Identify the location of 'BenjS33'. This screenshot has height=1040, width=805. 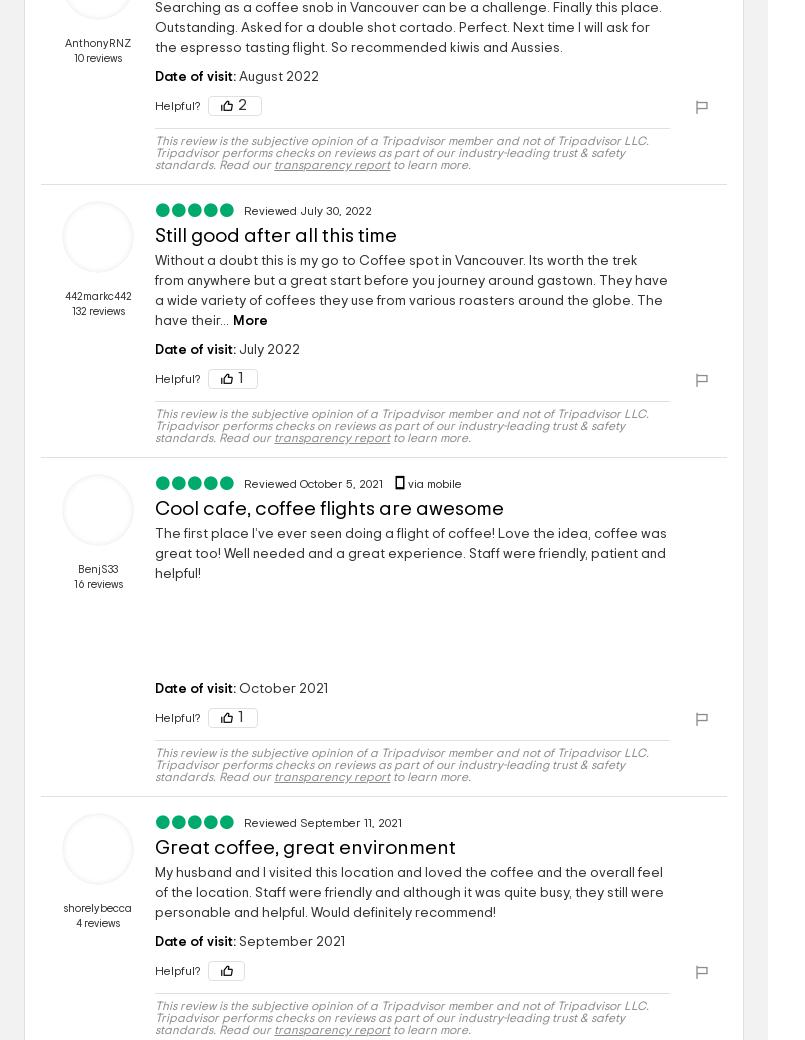
(96, 568).